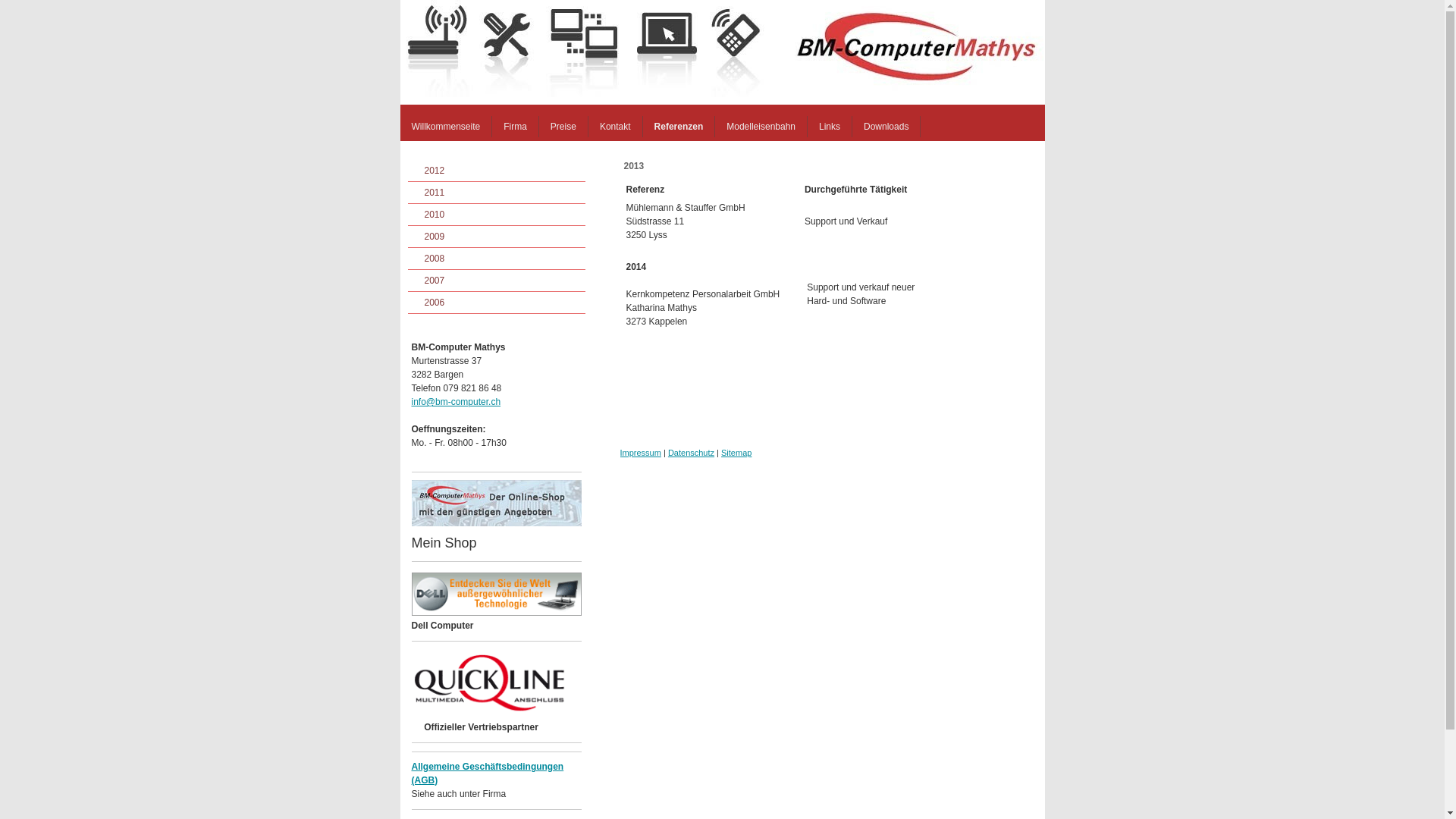 The width and height of the screenshot is (1456, 819). I want to click on 'Referenzen', so click(679, 125).